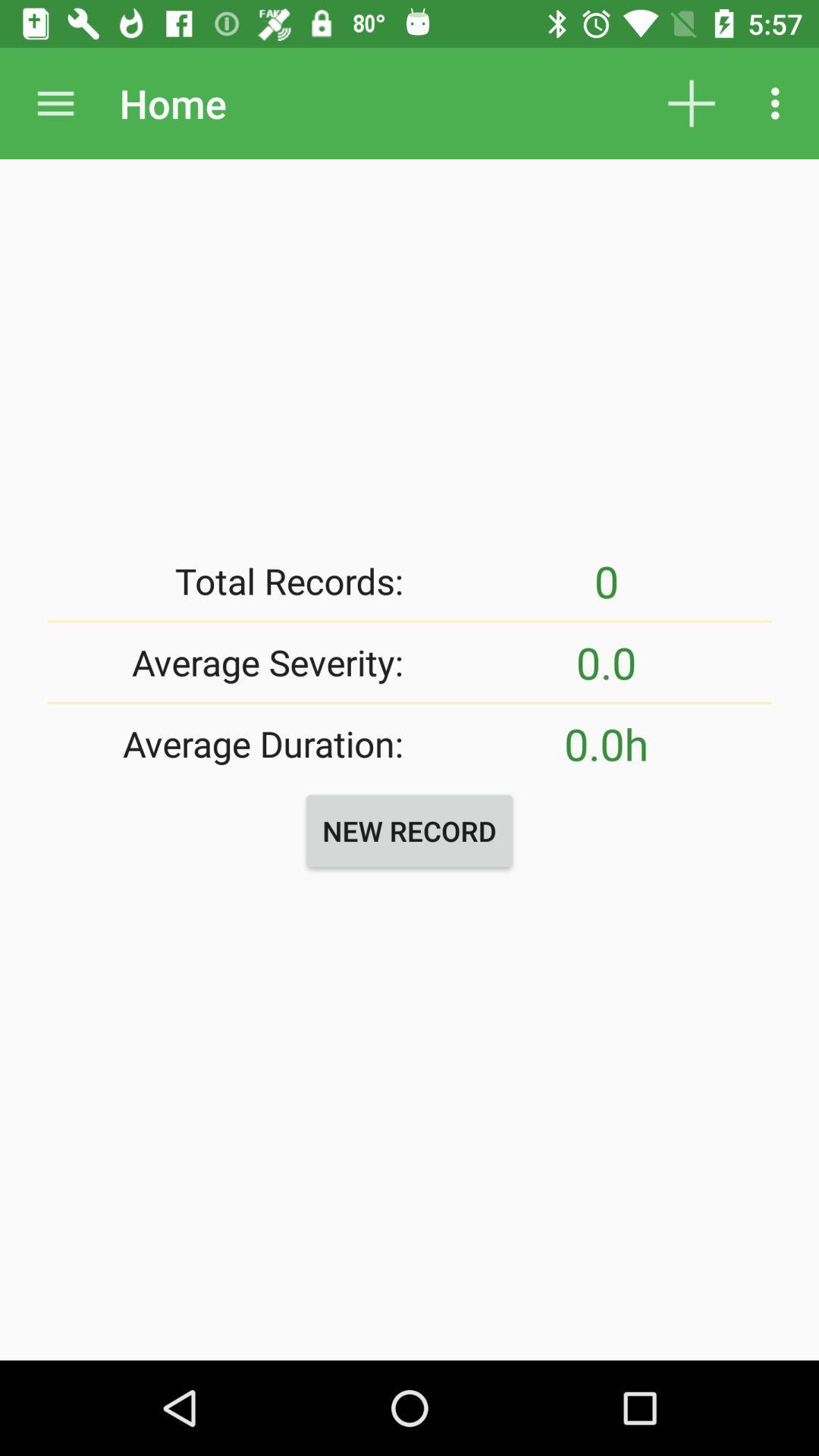  What do you see at coordinates (779, 102) in the screenshot?
I see `the item above the 0 icon` at bounding box center [779, 102].